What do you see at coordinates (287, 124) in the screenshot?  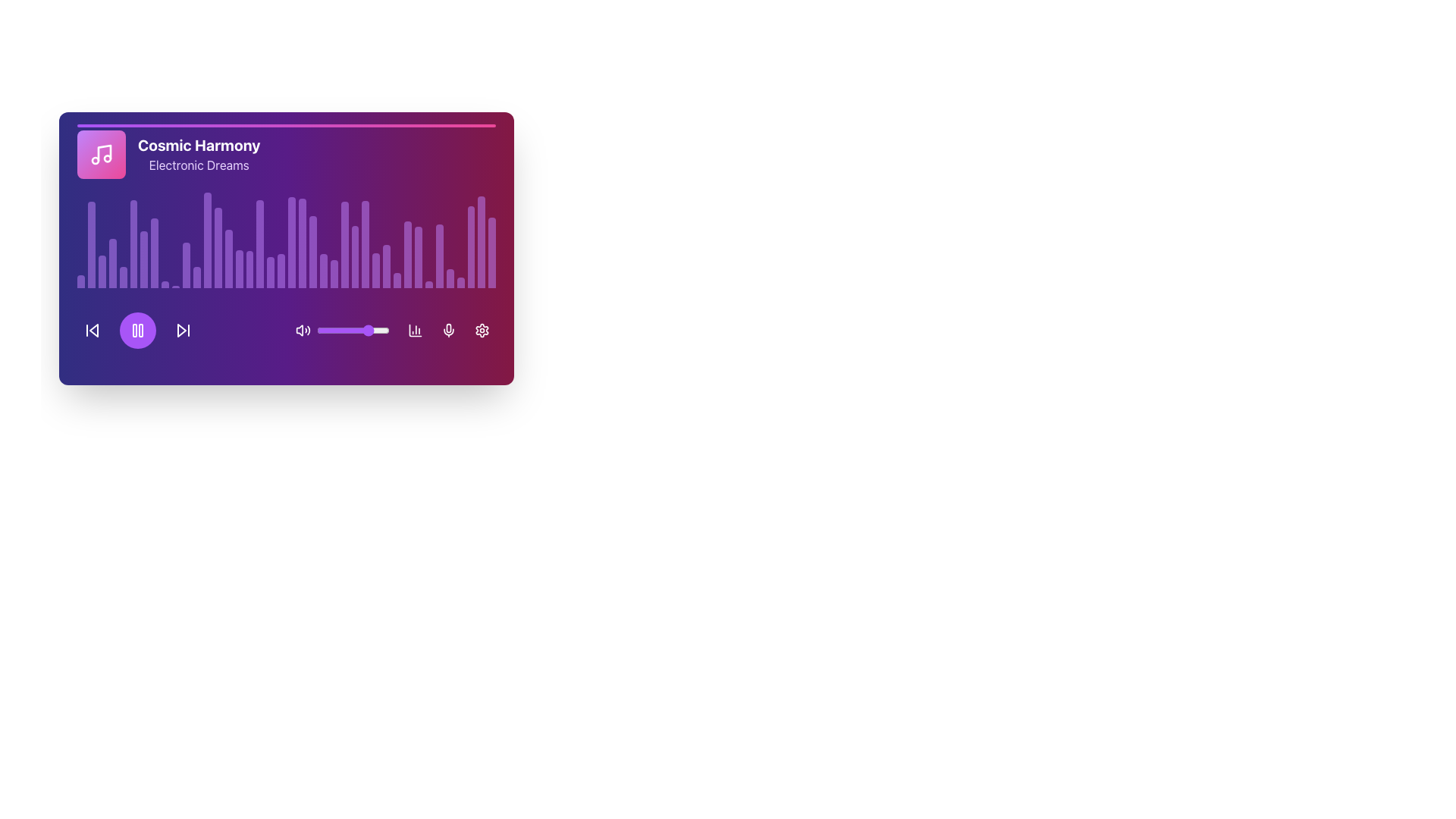 I see `the Decorative bar positioned at the top of the music player card` at bounding box center [287, 124].